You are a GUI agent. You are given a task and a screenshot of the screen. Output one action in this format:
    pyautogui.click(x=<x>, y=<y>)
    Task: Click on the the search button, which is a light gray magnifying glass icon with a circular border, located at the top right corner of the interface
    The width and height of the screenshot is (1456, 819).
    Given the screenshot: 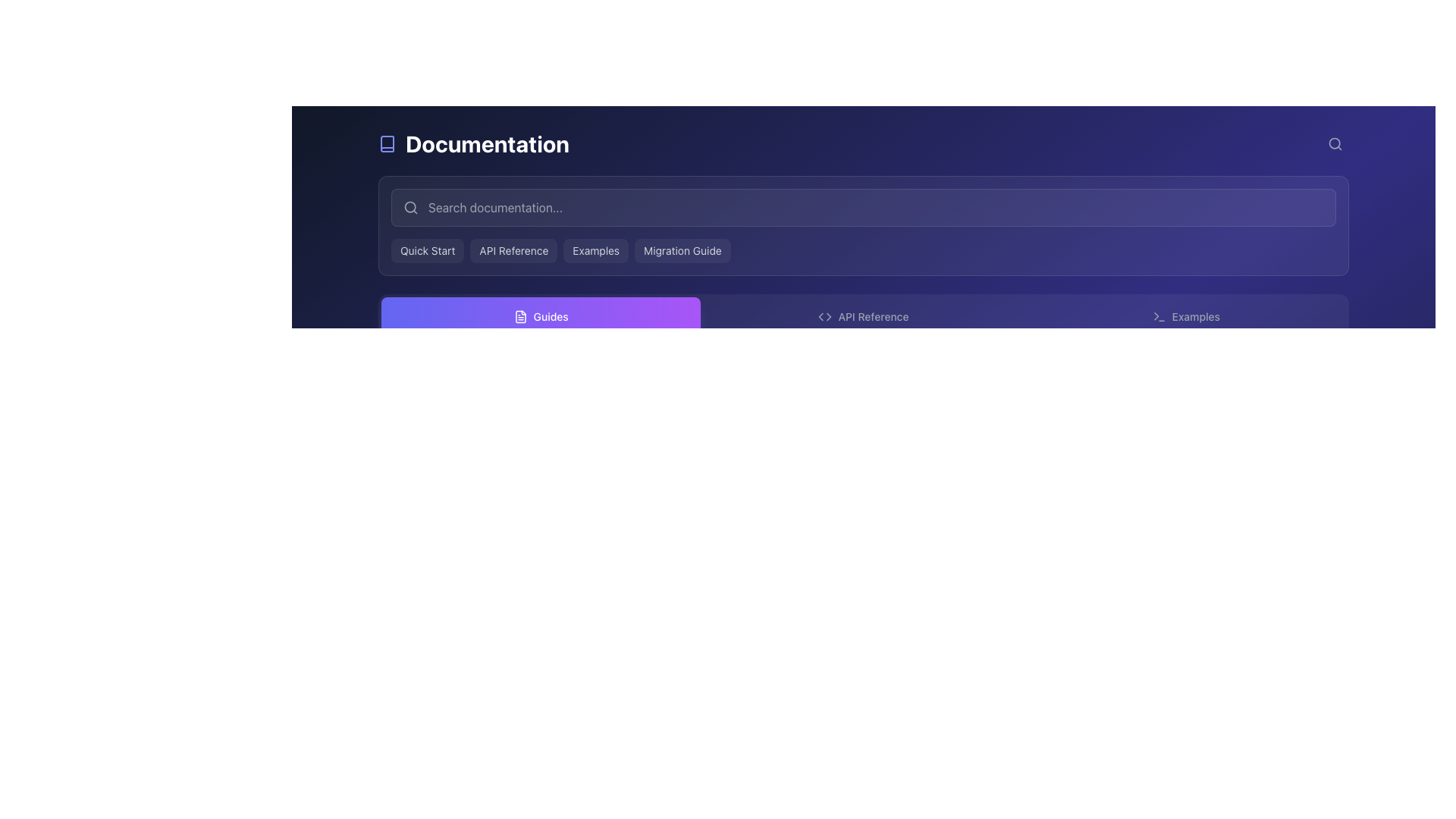 What is the action you would take?
    pyautogui.click(x=1335, y=143)
    